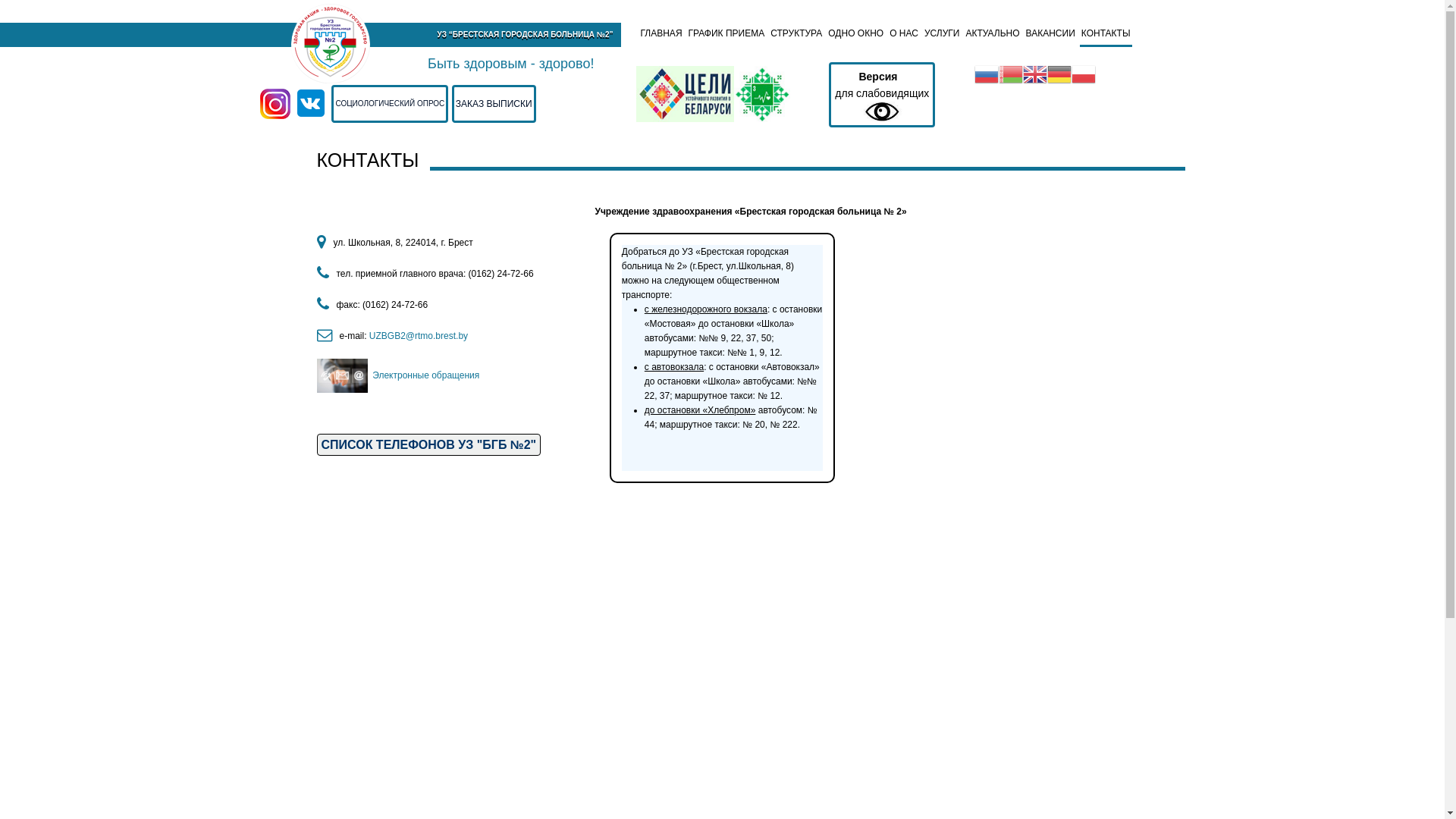 The width and height of the screenshot is (1456, 819). Describe the element at coordinates (1070, 73) in the screenshot. I see `'Polish'` at that location.